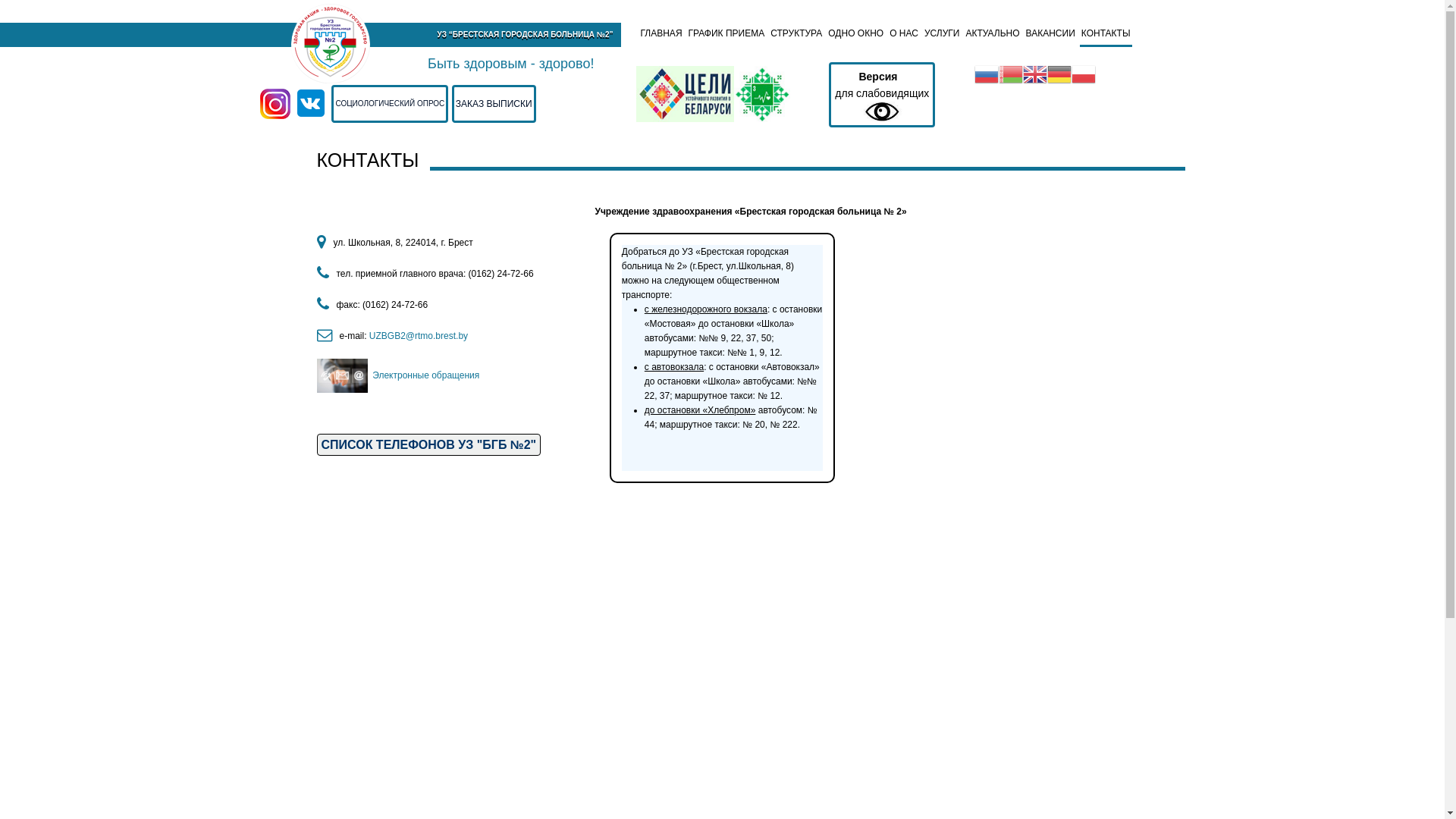 The width and height of the screenshot is (1456, 819). Describe the element at coordinates (1070, 73) in the screenshot. I see `'Polish'` at that location.